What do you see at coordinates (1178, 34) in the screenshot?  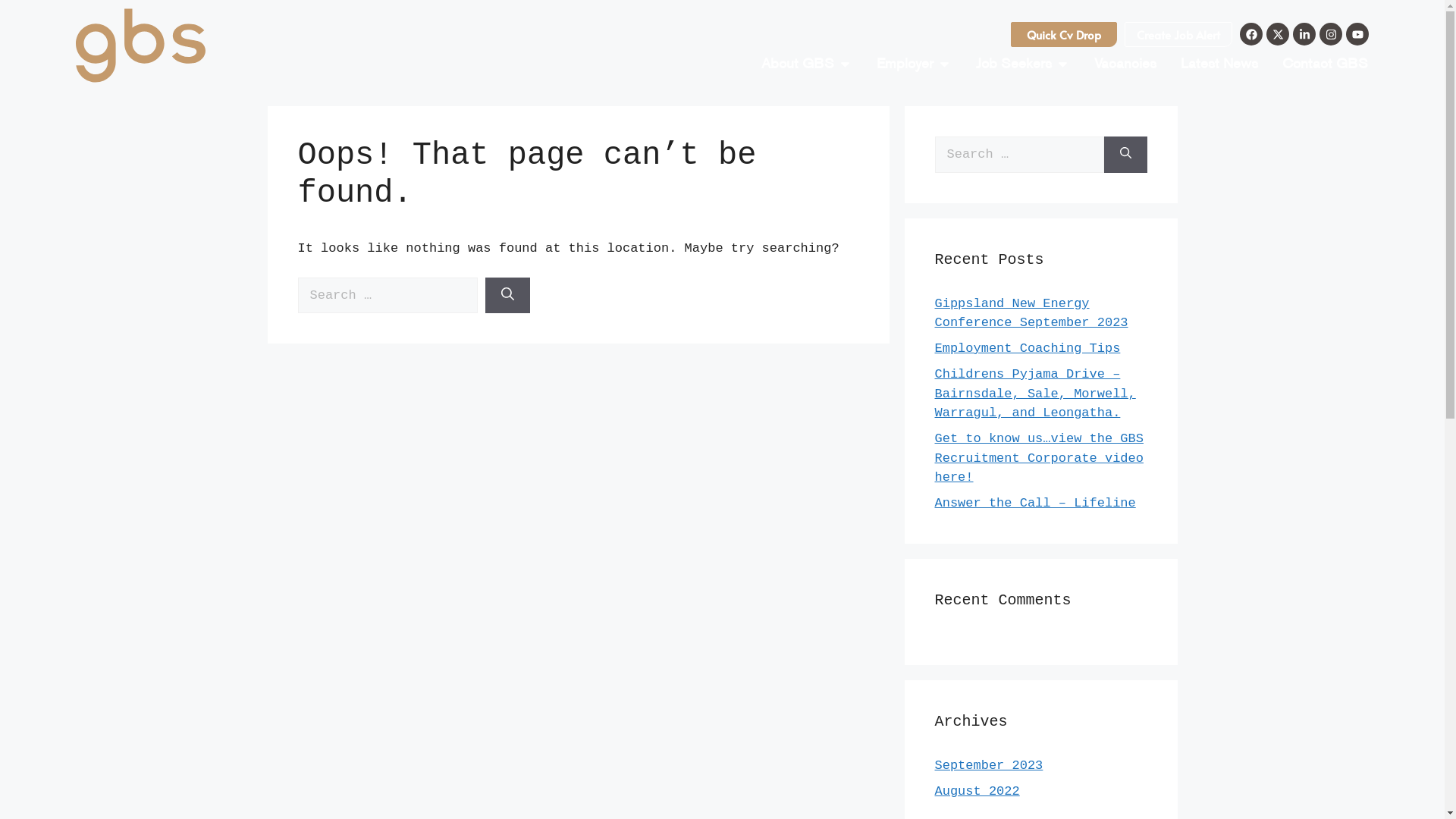 I see `'Create Job Alert'` at bounding box center [1178, 34].